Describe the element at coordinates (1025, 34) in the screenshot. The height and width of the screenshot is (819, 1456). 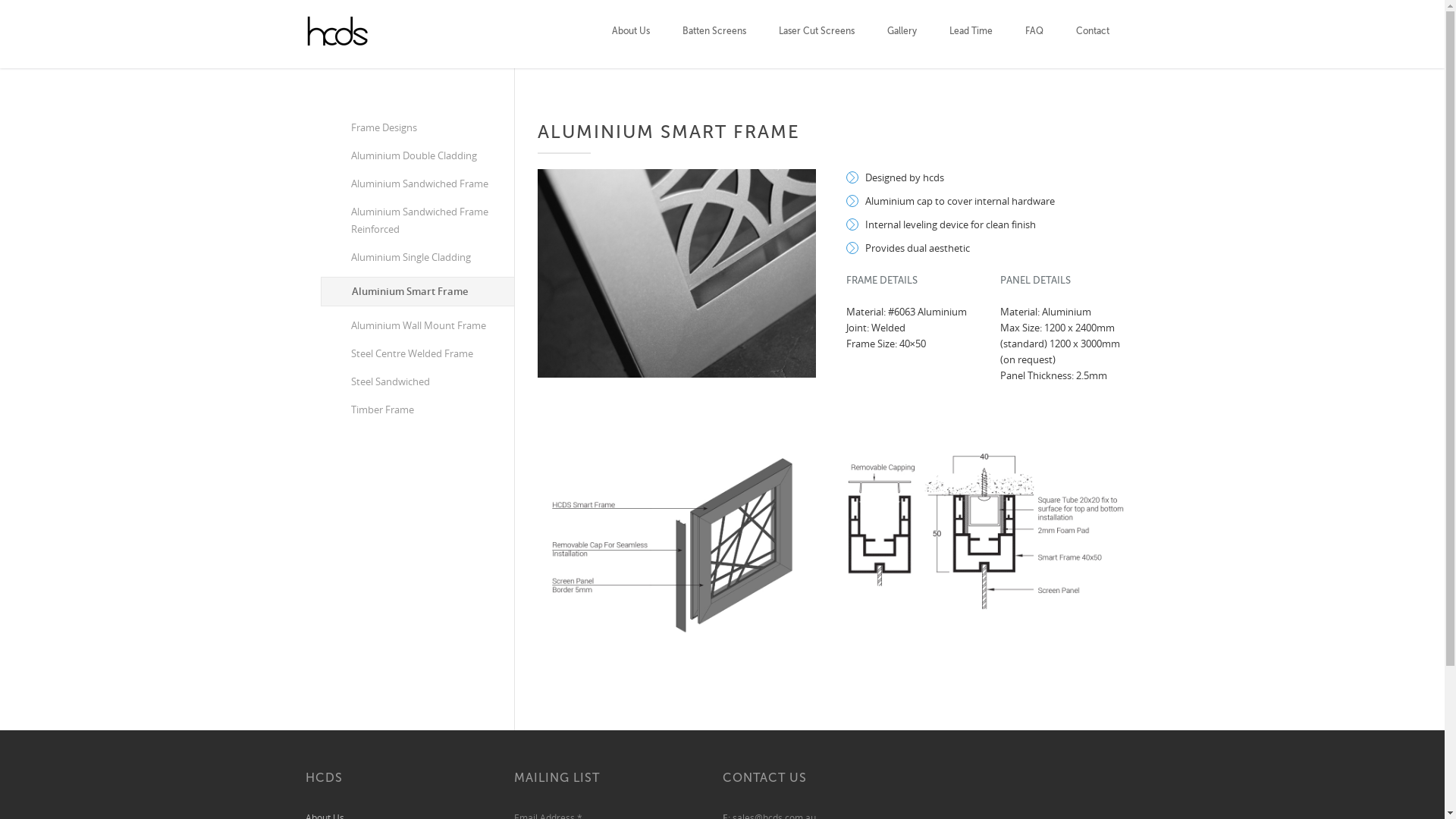
I see `'FAQ'` at that location.